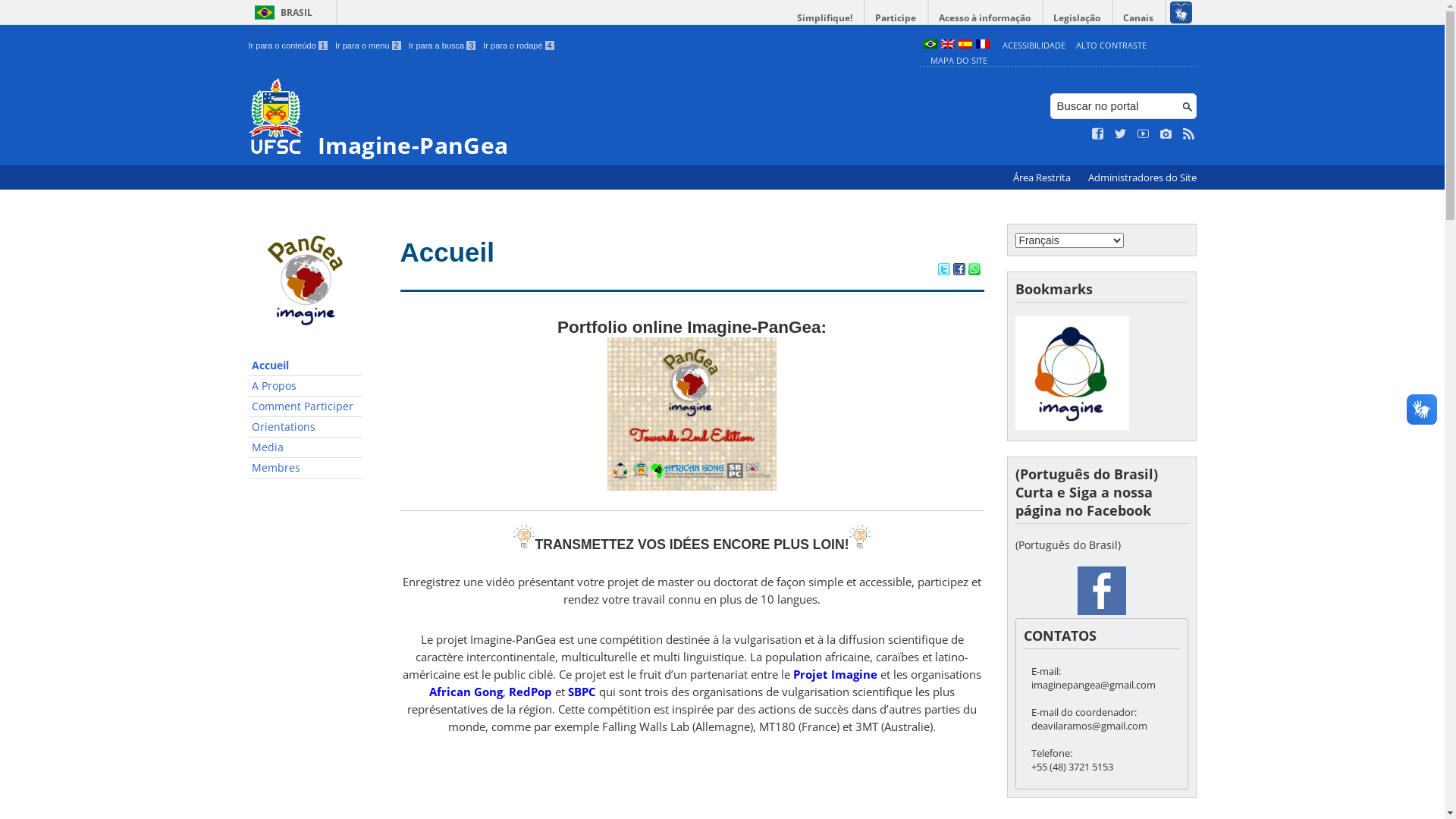 The width and height of the screenshot is (1456, 819). Describe the element at coordinates (1139, 17) in the screenshot. I see `'Canais'` at that location.